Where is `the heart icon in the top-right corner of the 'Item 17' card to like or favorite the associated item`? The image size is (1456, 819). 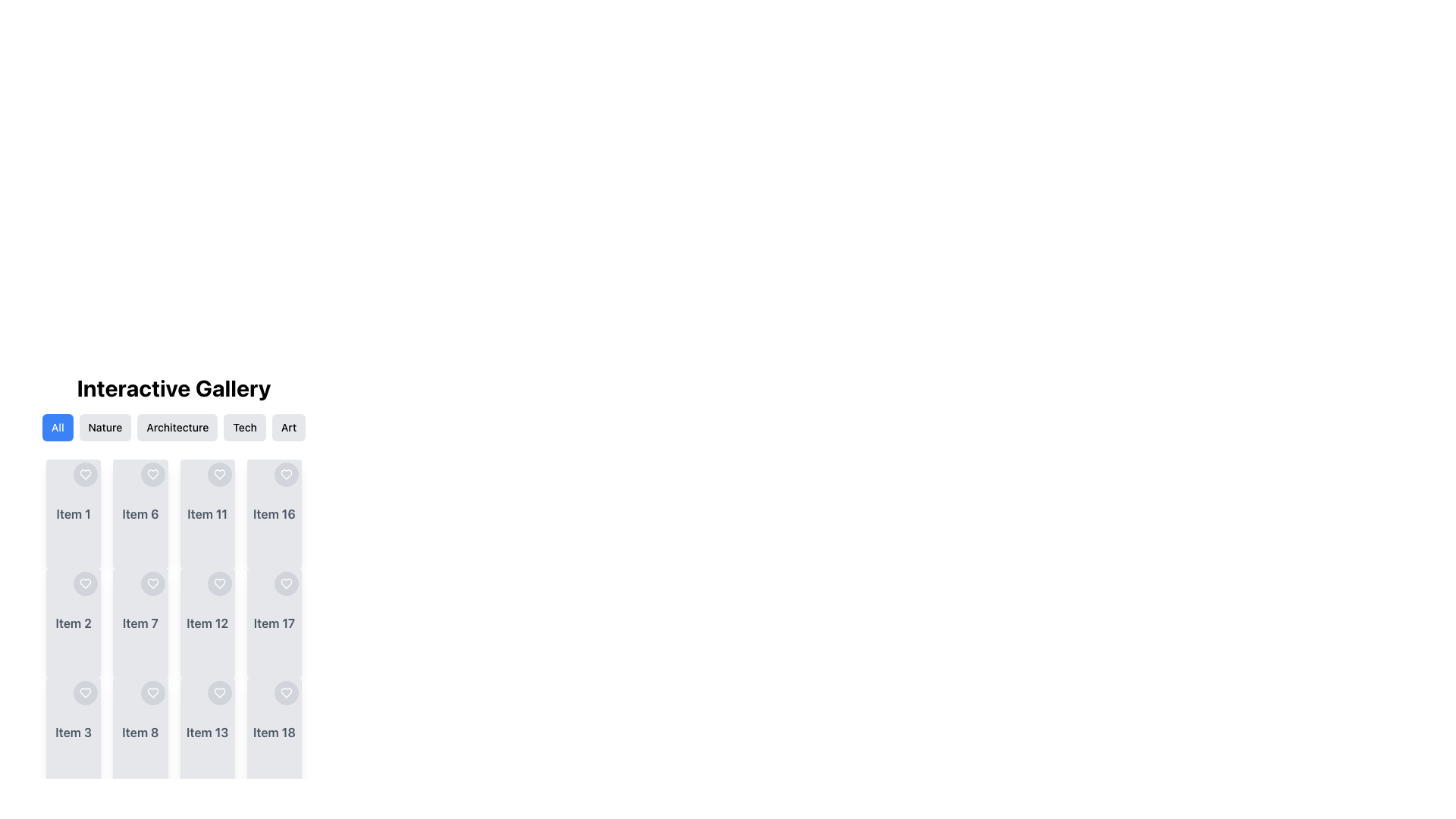 the heart icon in the top-right corner of the 'Item 17' card to like or favorite the associated item is located at coordinates (287, 583).